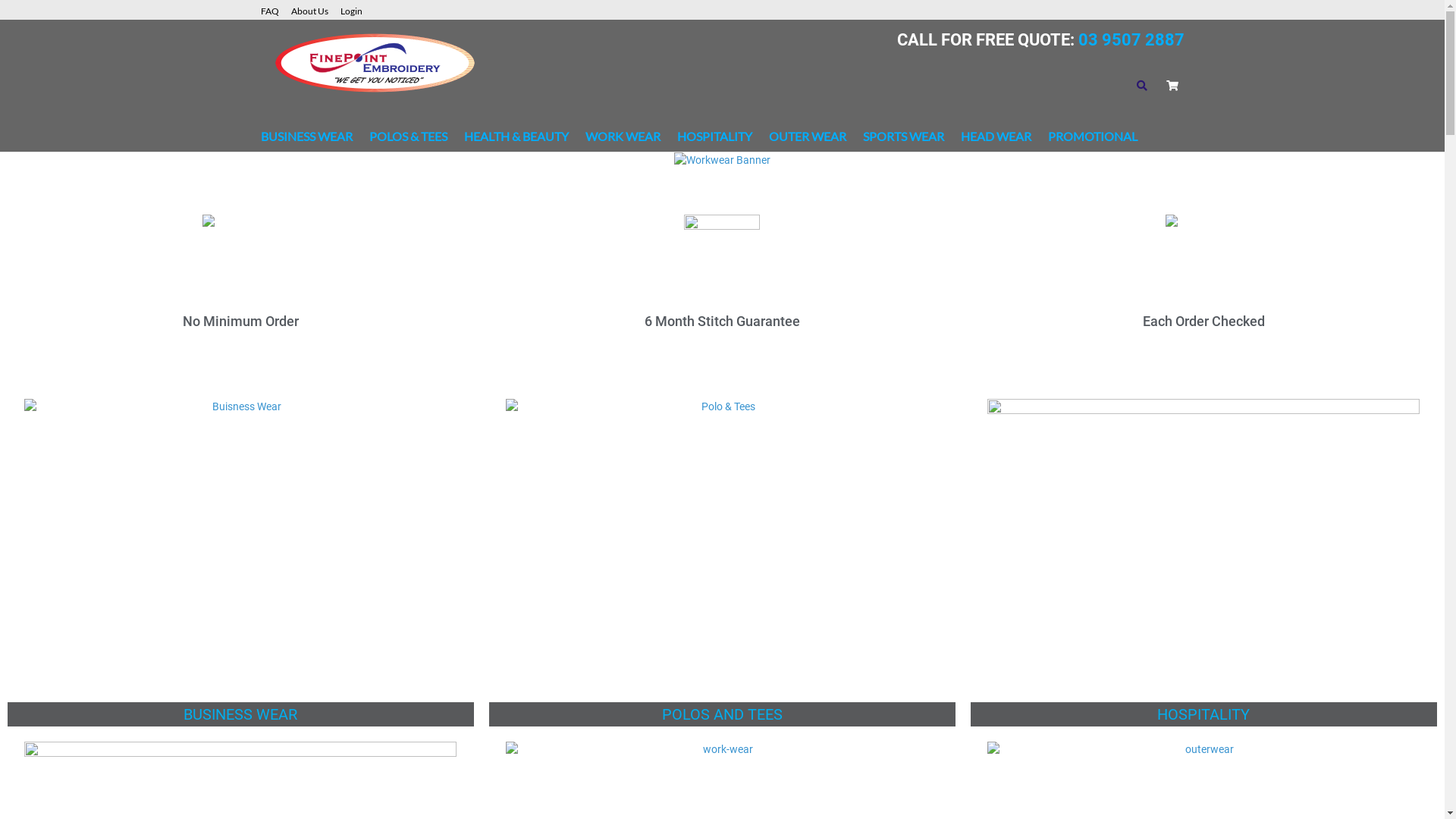 This screenshot has height=819, width=1456. I want to click on 'BUSINESS WEAR', so click(306, 136).